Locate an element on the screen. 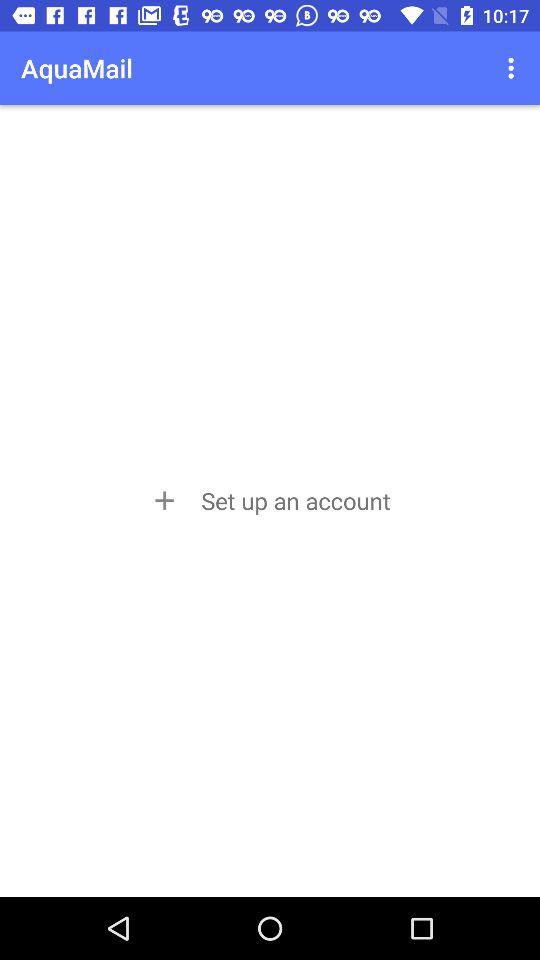 This screenshot has width=540, height=960. icon next to the aquamail icon is located at coordinates (513, 68).